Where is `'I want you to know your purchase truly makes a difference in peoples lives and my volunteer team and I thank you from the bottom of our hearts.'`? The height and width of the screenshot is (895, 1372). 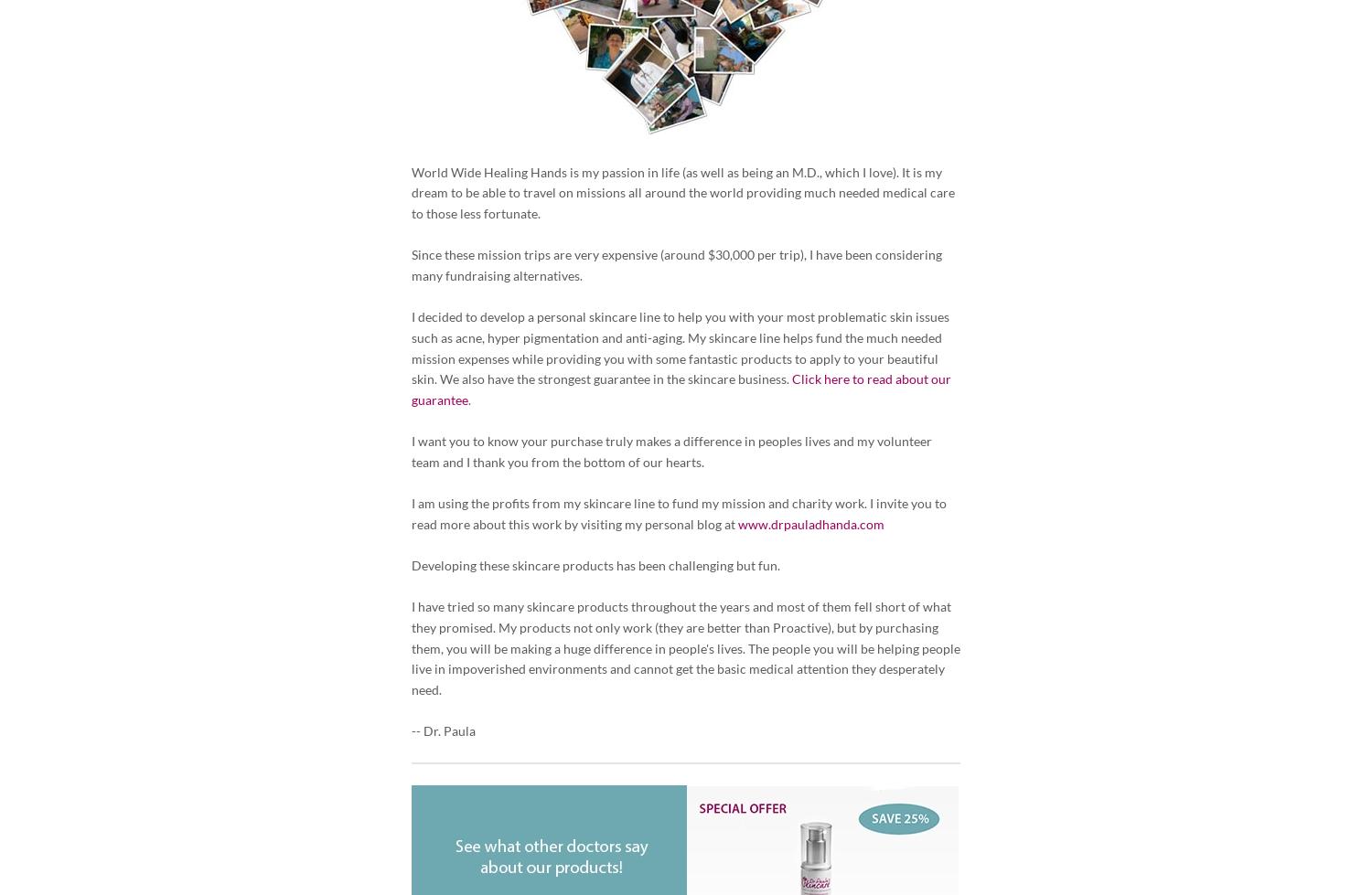 'I want you to know your purchase truly makes a difference in peoples lives and my volunteer team and I thank you from the bottom of our hearts.' is located at coordinates (670, 451).